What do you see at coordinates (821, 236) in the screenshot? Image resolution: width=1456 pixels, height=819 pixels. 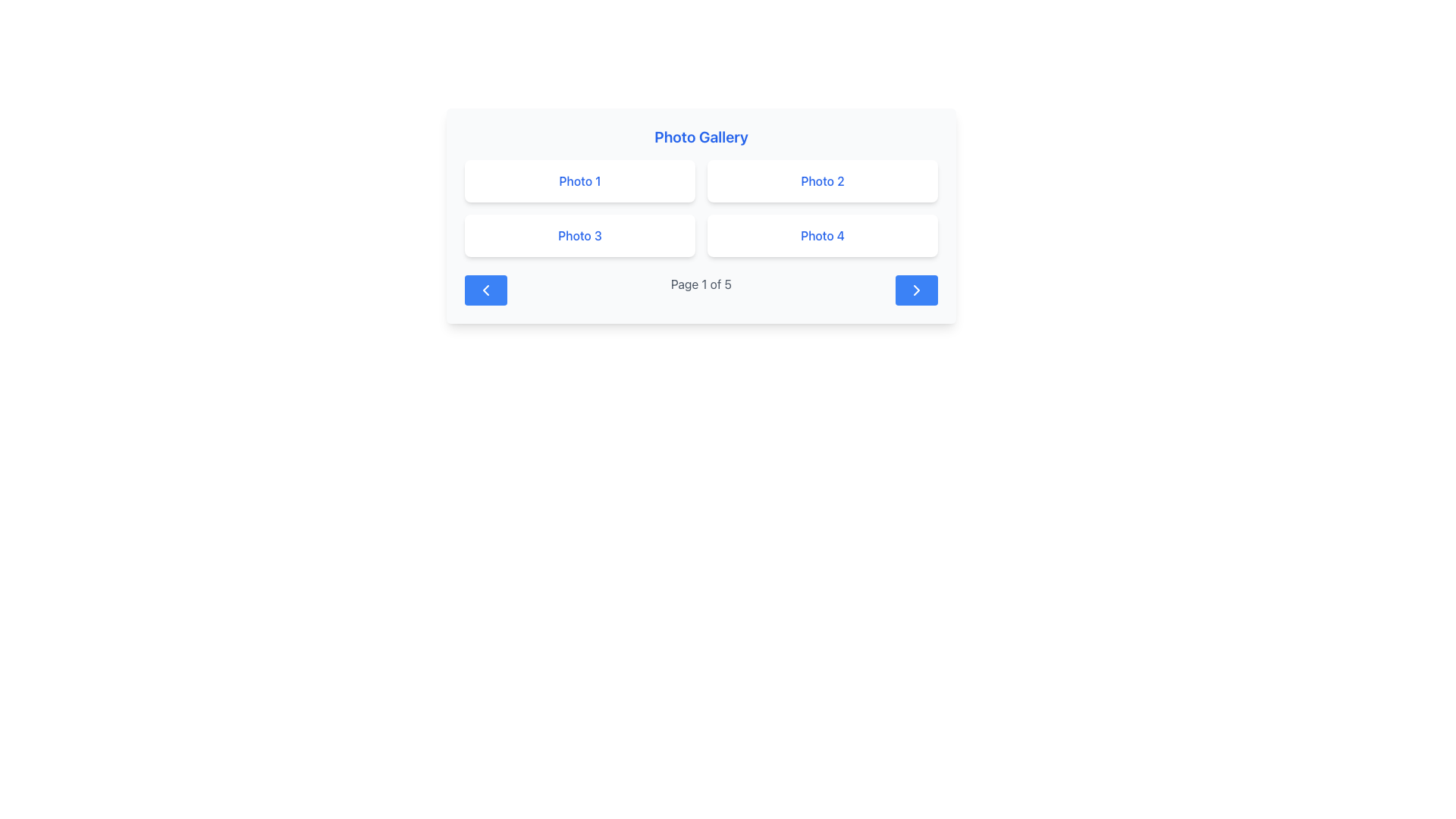 I see `the text label identifying the fourth photo in the gallery interface, located in the bottom right position of the 2x2 grid` at bounding box center [821, 236].